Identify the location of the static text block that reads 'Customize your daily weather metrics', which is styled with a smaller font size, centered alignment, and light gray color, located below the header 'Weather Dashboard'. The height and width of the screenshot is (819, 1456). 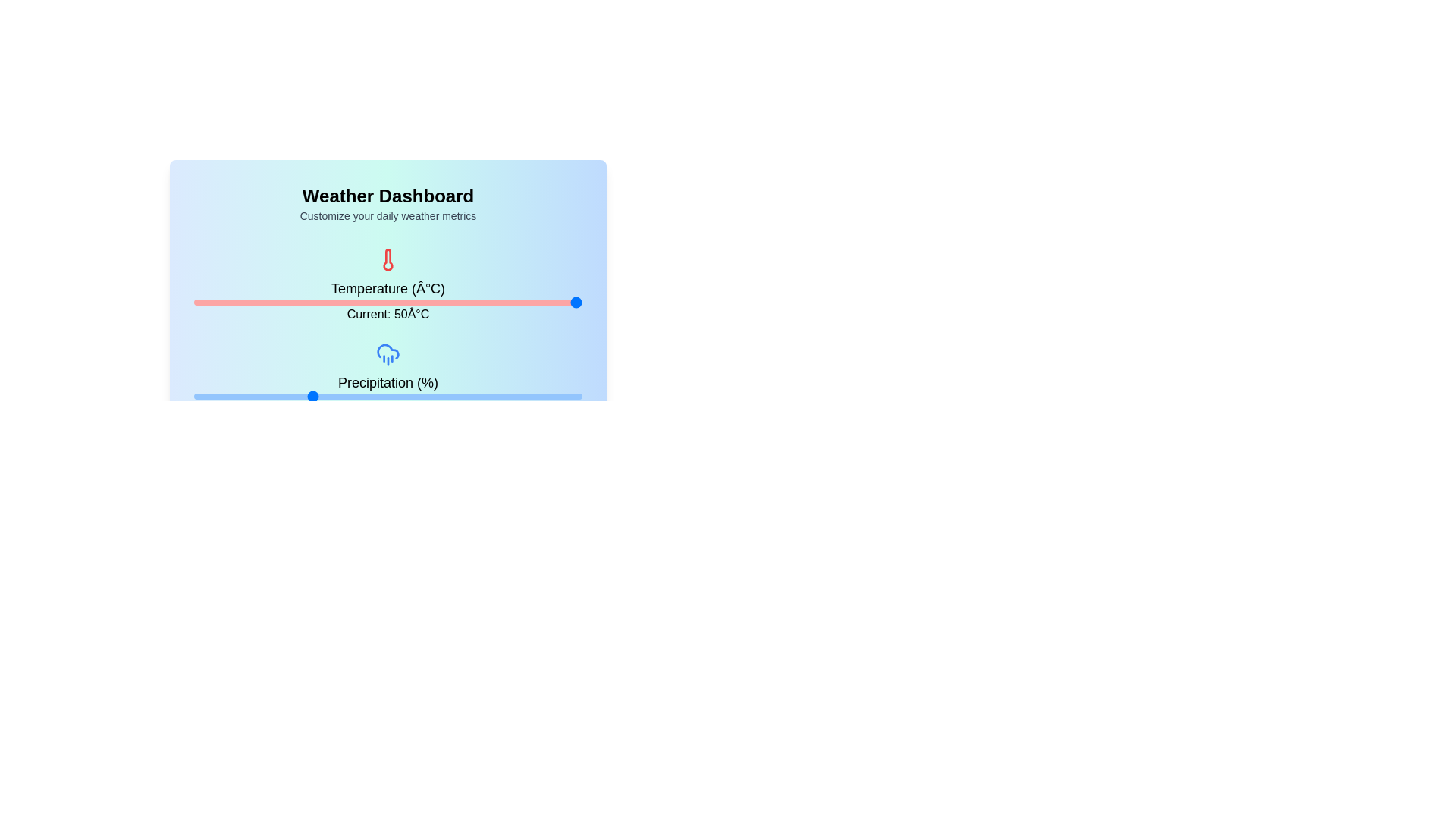
(388, 216).